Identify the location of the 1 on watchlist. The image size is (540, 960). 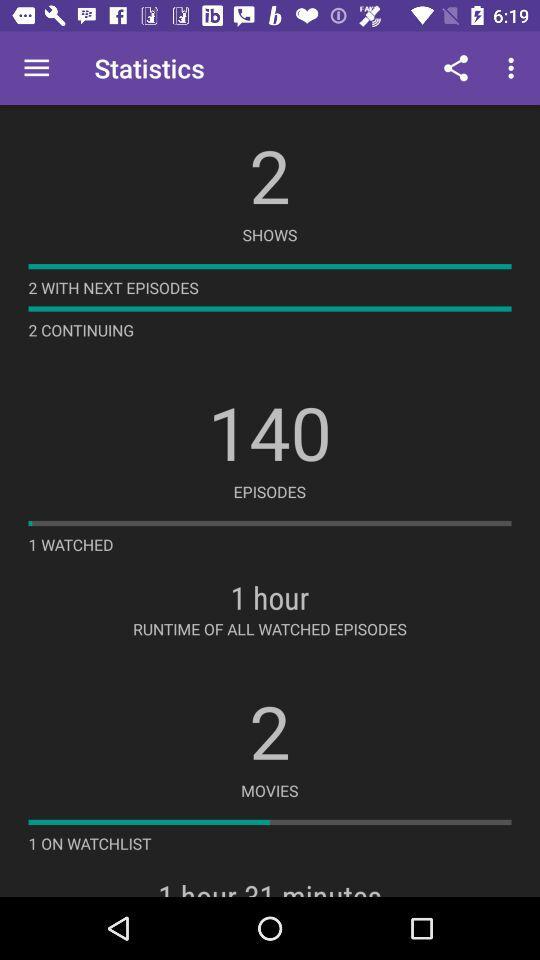
(89, 842).